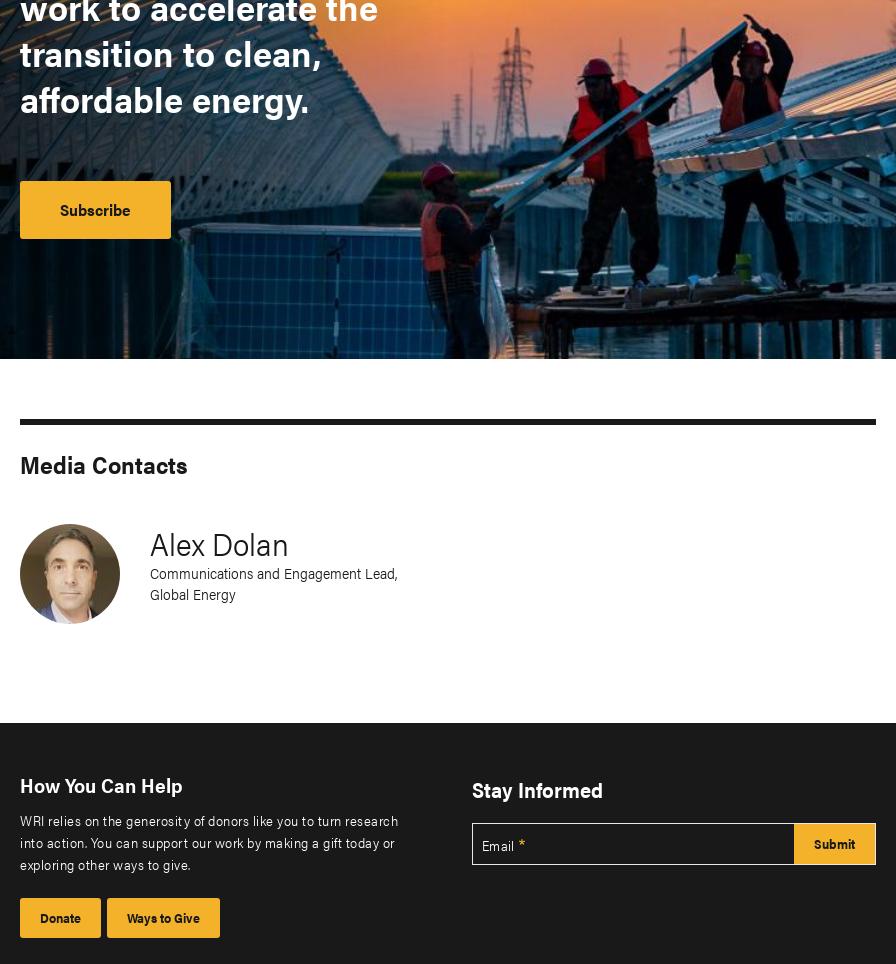  What do you see at coordinates (209, 840) in the screenshot?
I see `'WRI relies on the generosity of donors like you to turn research into action. You can support our work by making a gift today or exploring other ways to give.'` at bounding box center [209, 840].